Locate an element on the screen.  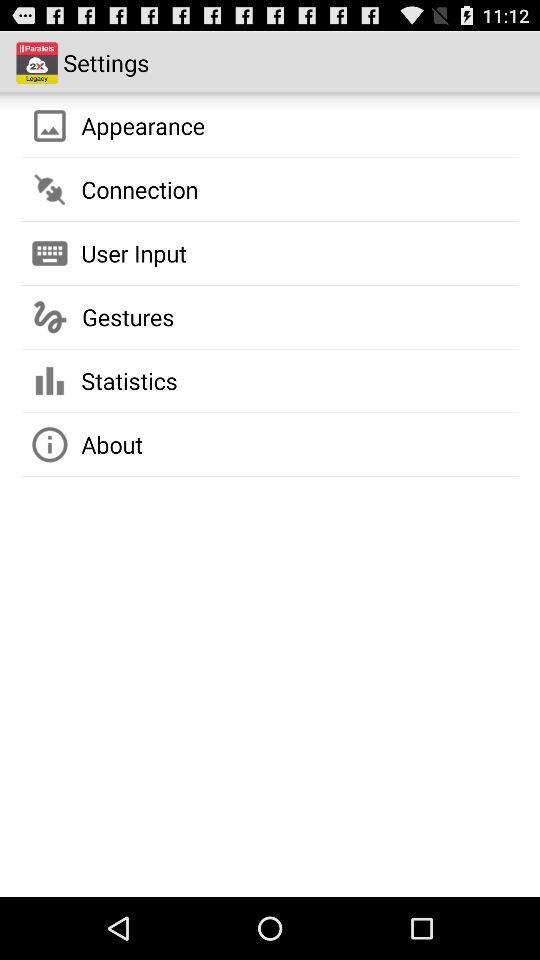
the statistics item is located at coordinates (129, 379).